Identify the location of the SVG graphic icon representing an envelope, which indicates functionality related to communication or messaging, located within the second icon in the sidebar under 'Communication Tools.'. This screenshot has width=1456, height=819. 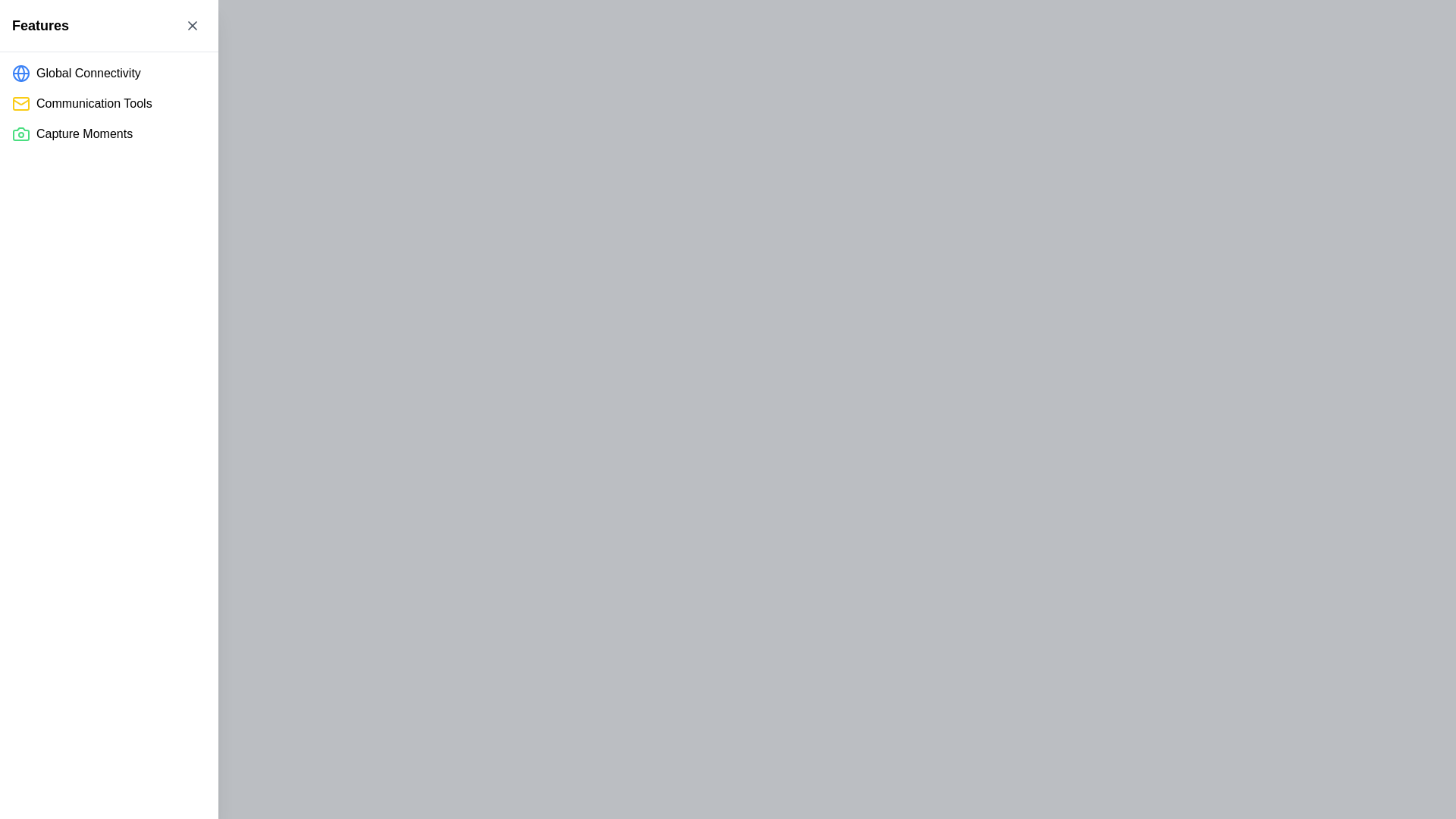
(21, 103).